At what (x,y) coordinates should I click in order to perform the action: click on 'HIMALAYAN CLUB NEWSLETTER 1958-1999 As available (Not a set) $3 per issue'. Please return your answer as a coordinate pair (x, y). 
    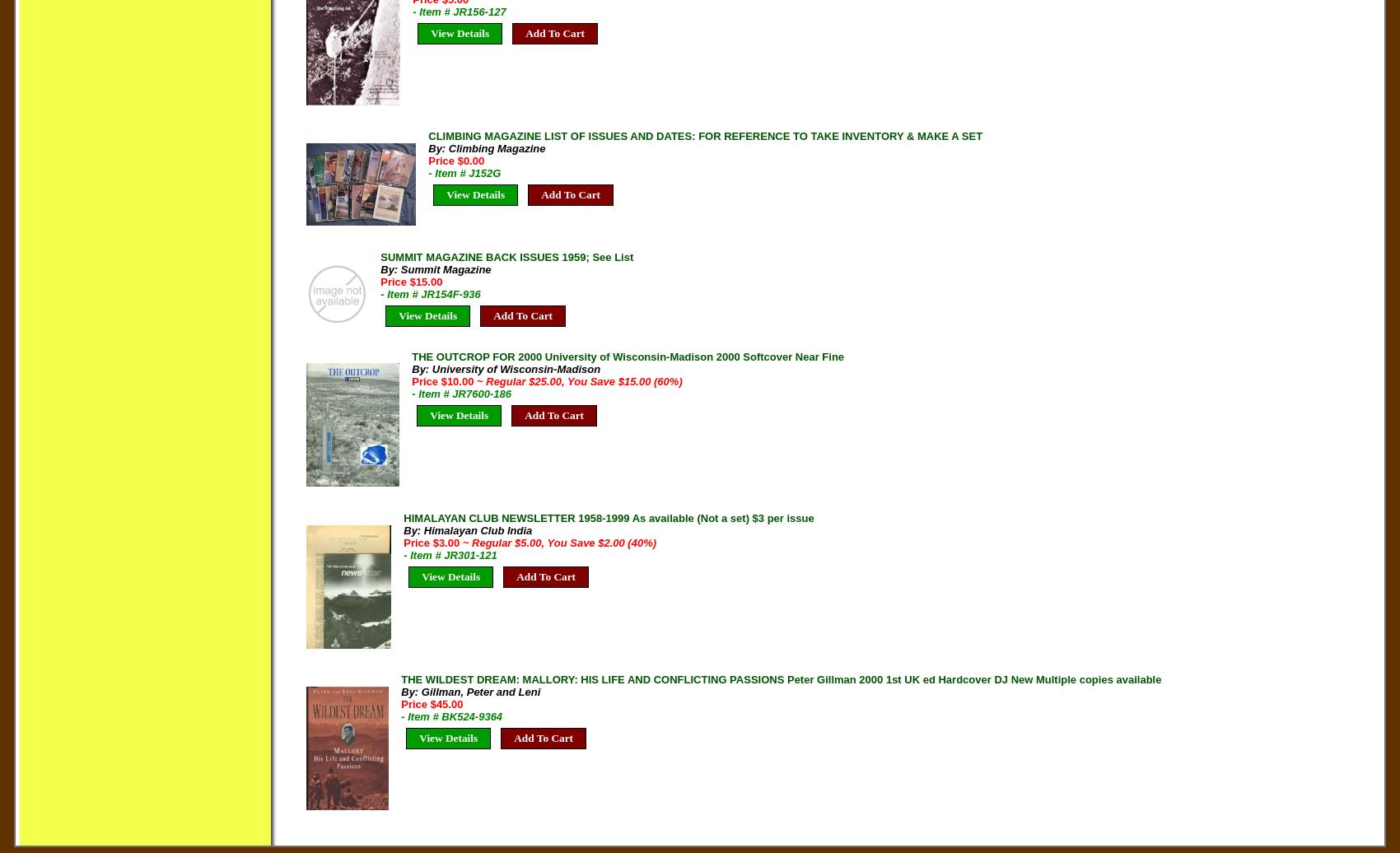
    Looking at the image, I should click on (608, 518).